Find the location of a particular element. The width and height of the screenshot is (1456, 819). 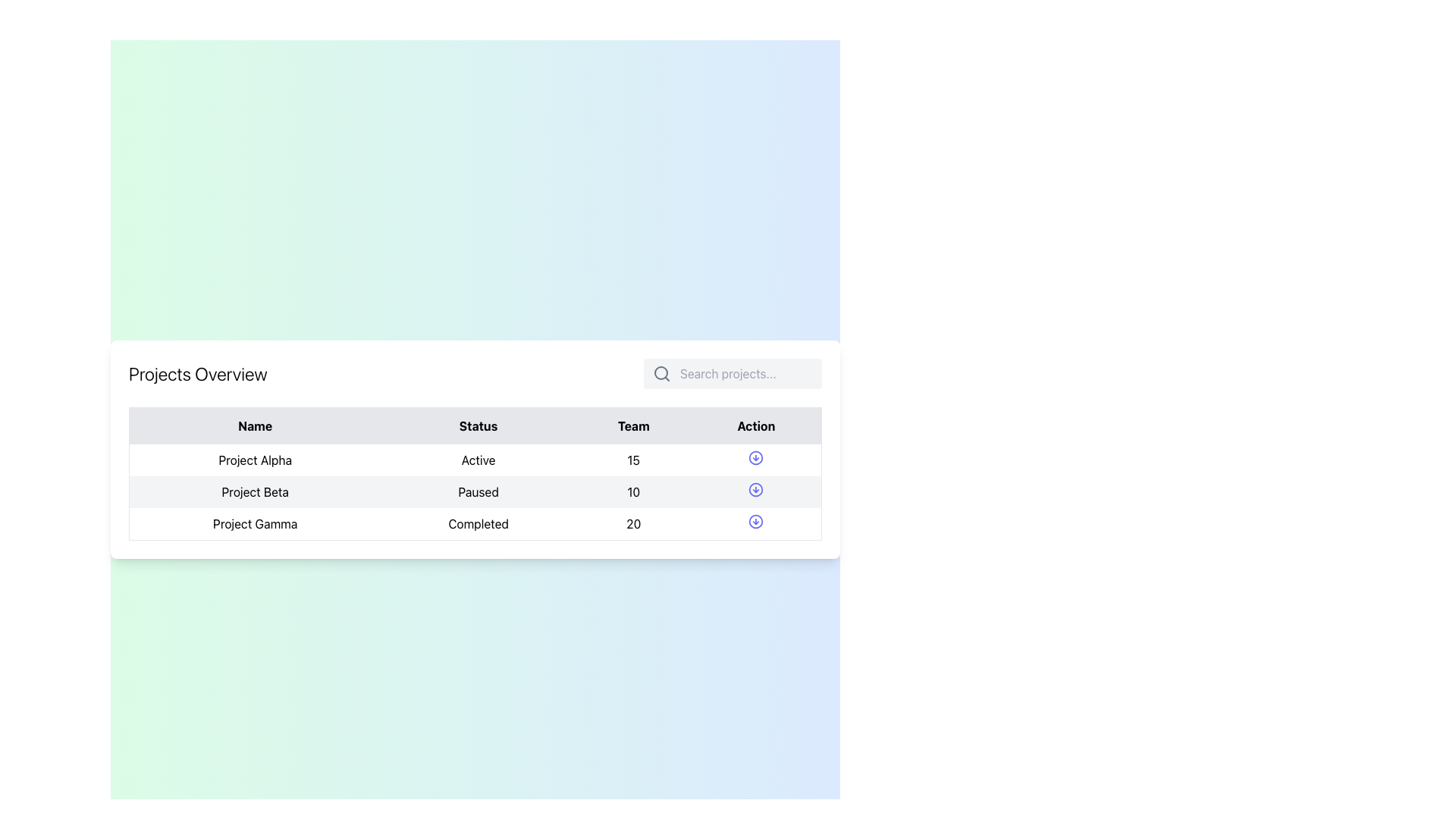

the gray magnifying glass icon representing the search function, located at the leftmost side of the search section is located at coordinates (662, 374).